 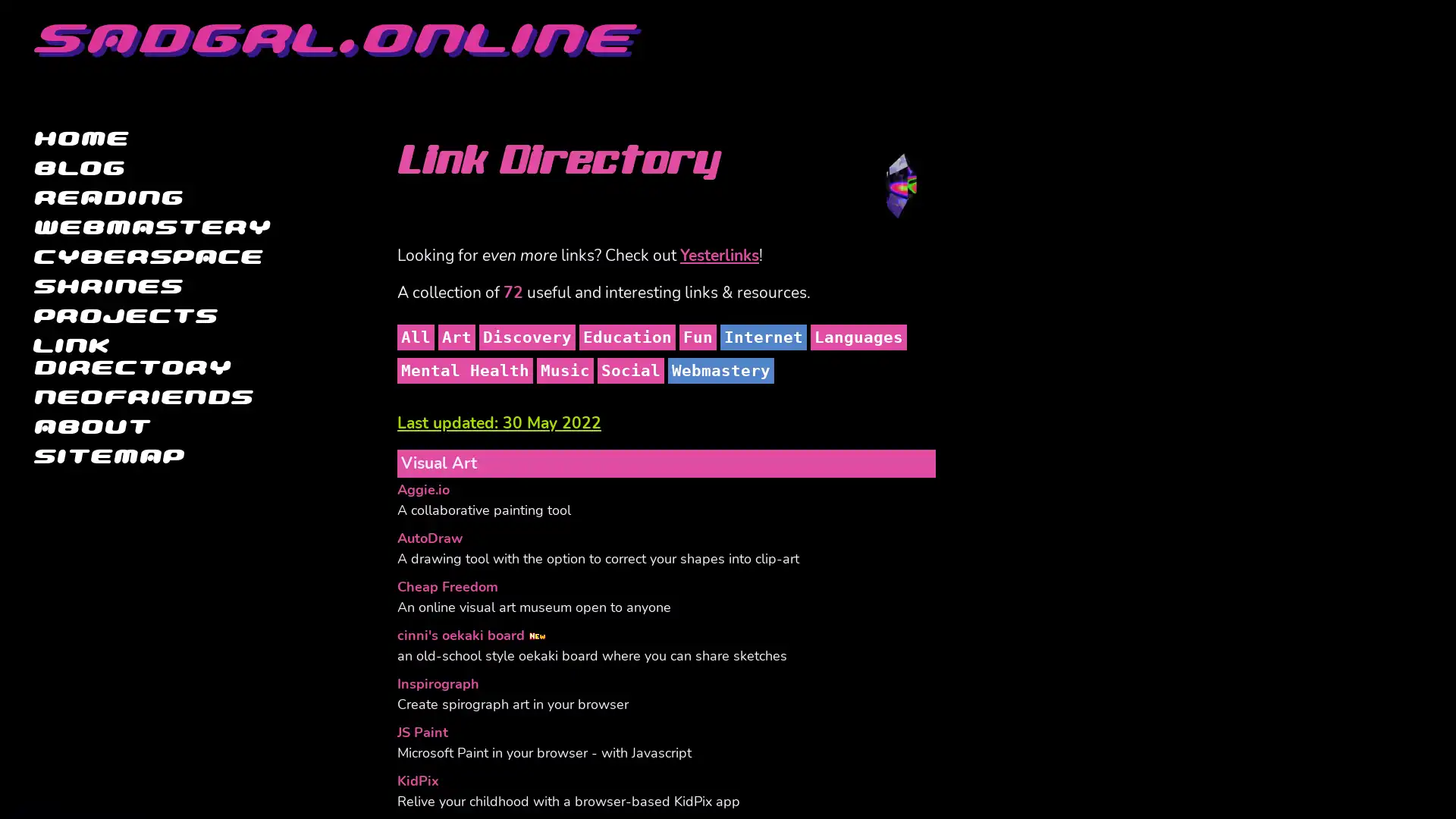 I want to click on Social, so click(x=630, y=370).